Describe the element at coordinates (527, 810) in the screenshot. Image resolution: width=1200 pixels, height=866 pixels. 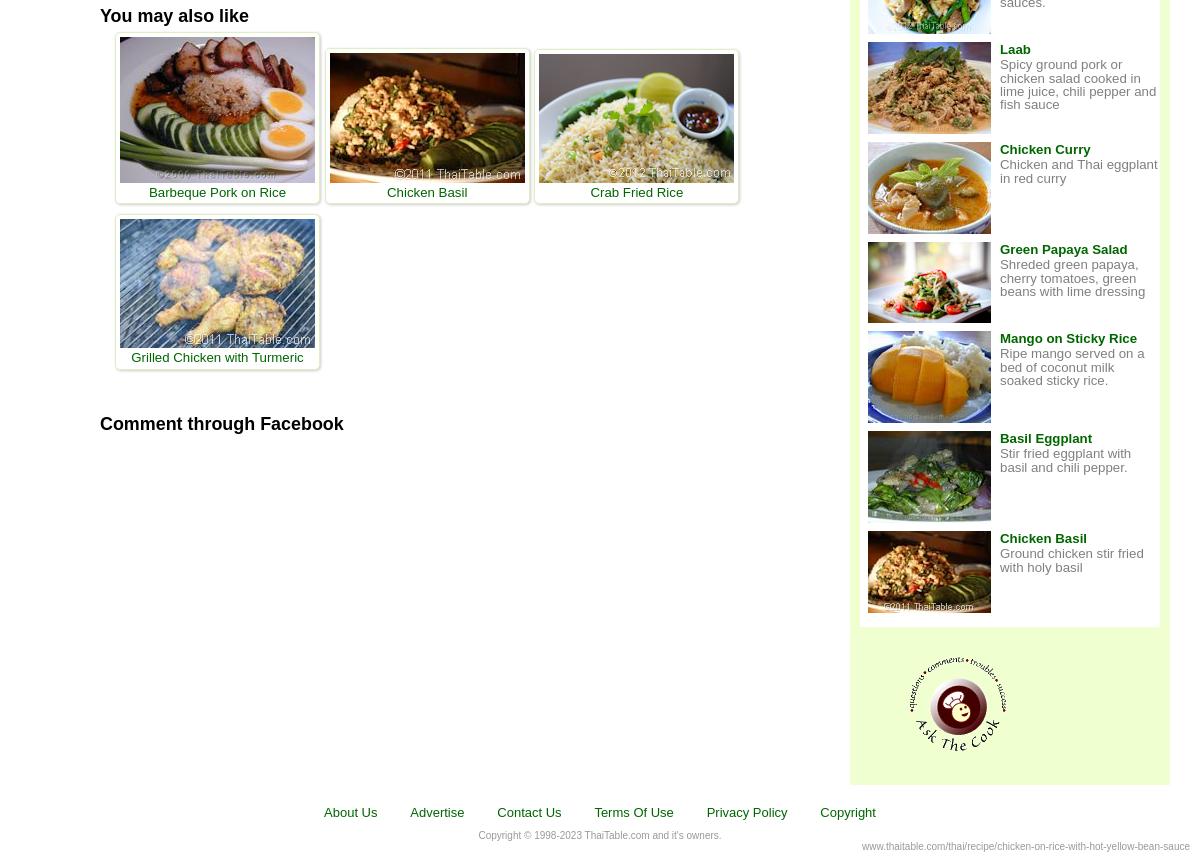
I see `'Contact Us'` at that location.